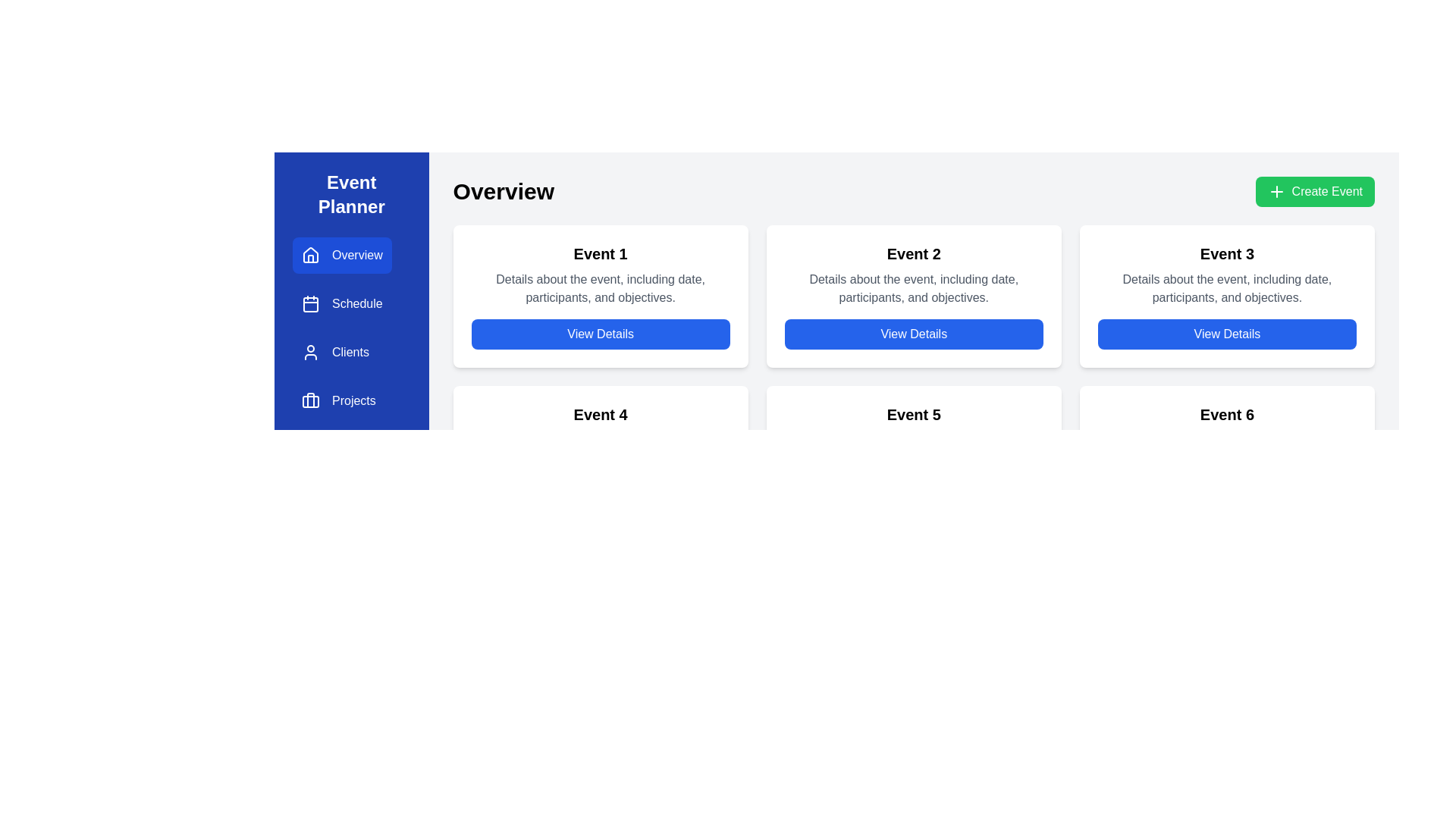 The width and height of the screenshot is (1456, 819). Describe the element at coordinates (913, 253) in the screenshot. I see `assistive technology` at that location.